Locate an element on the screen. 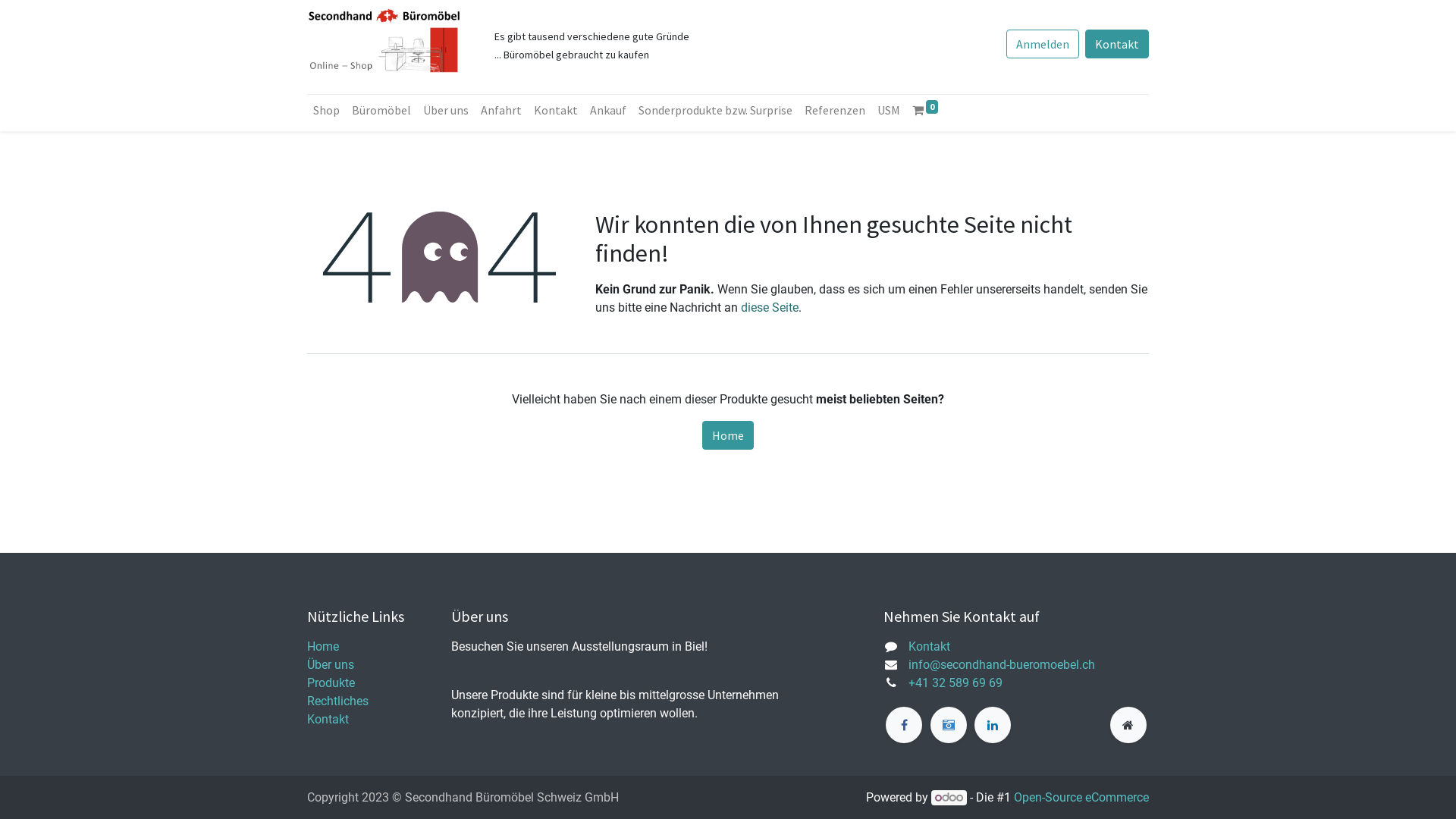  'USM' is located at coordinates (888, 109).